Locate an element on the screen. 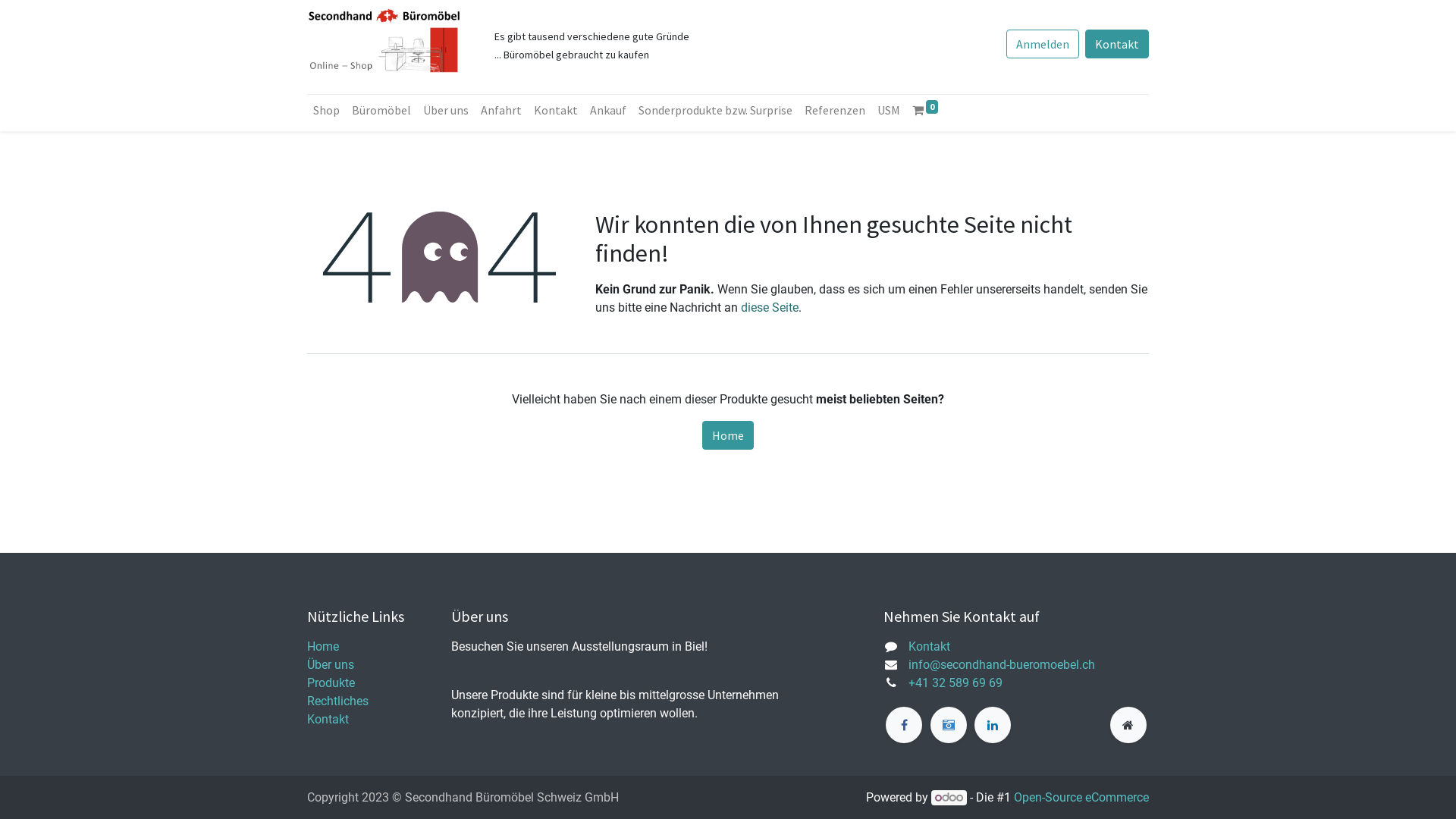  'USM' is located at coordinates (888, 109).